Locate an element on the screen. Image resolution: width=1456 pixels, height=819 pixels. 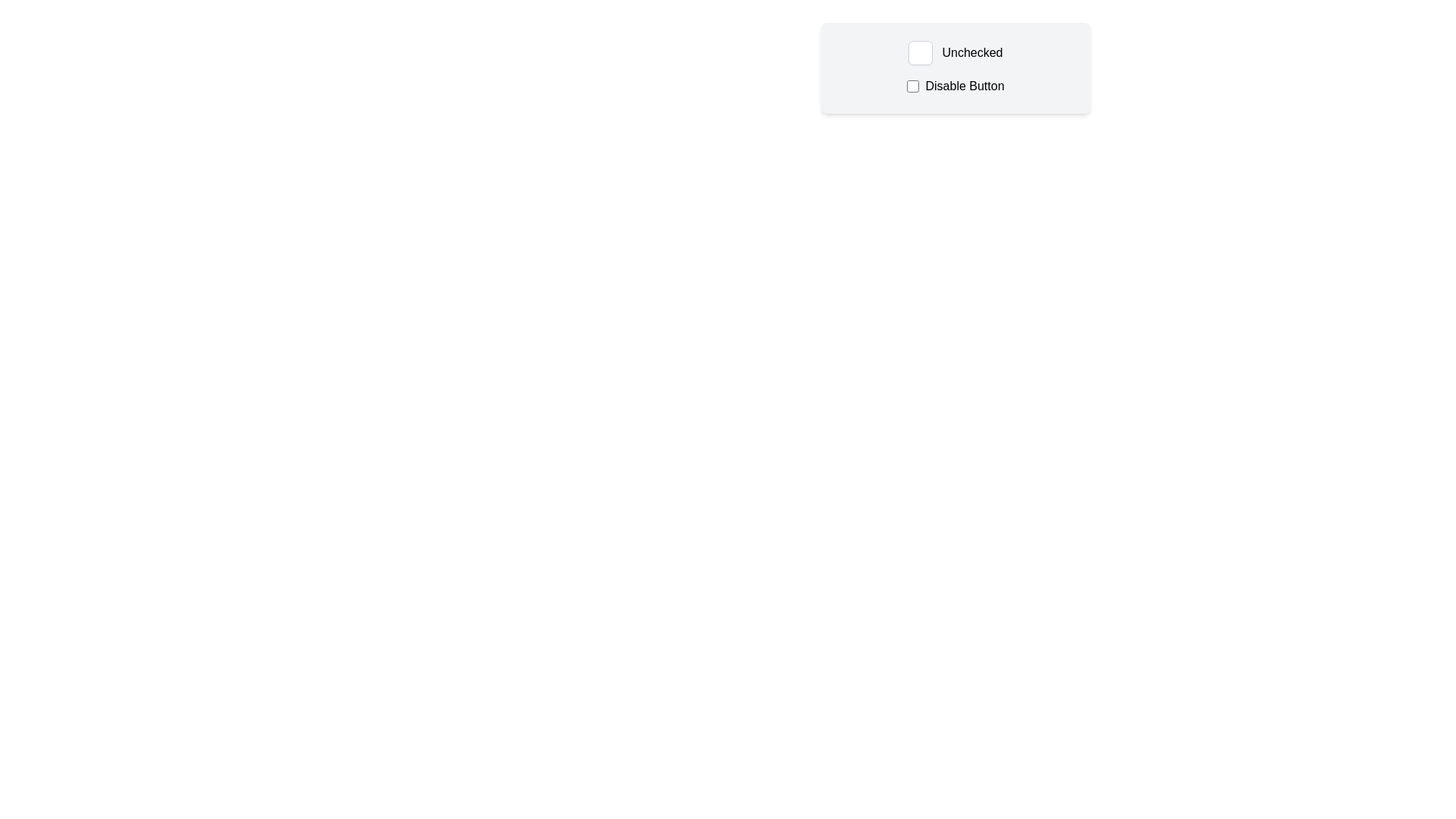
label text 'Disable Button' adjacent to the checkbox in the light gray background area is located at coordinates (955, 86).